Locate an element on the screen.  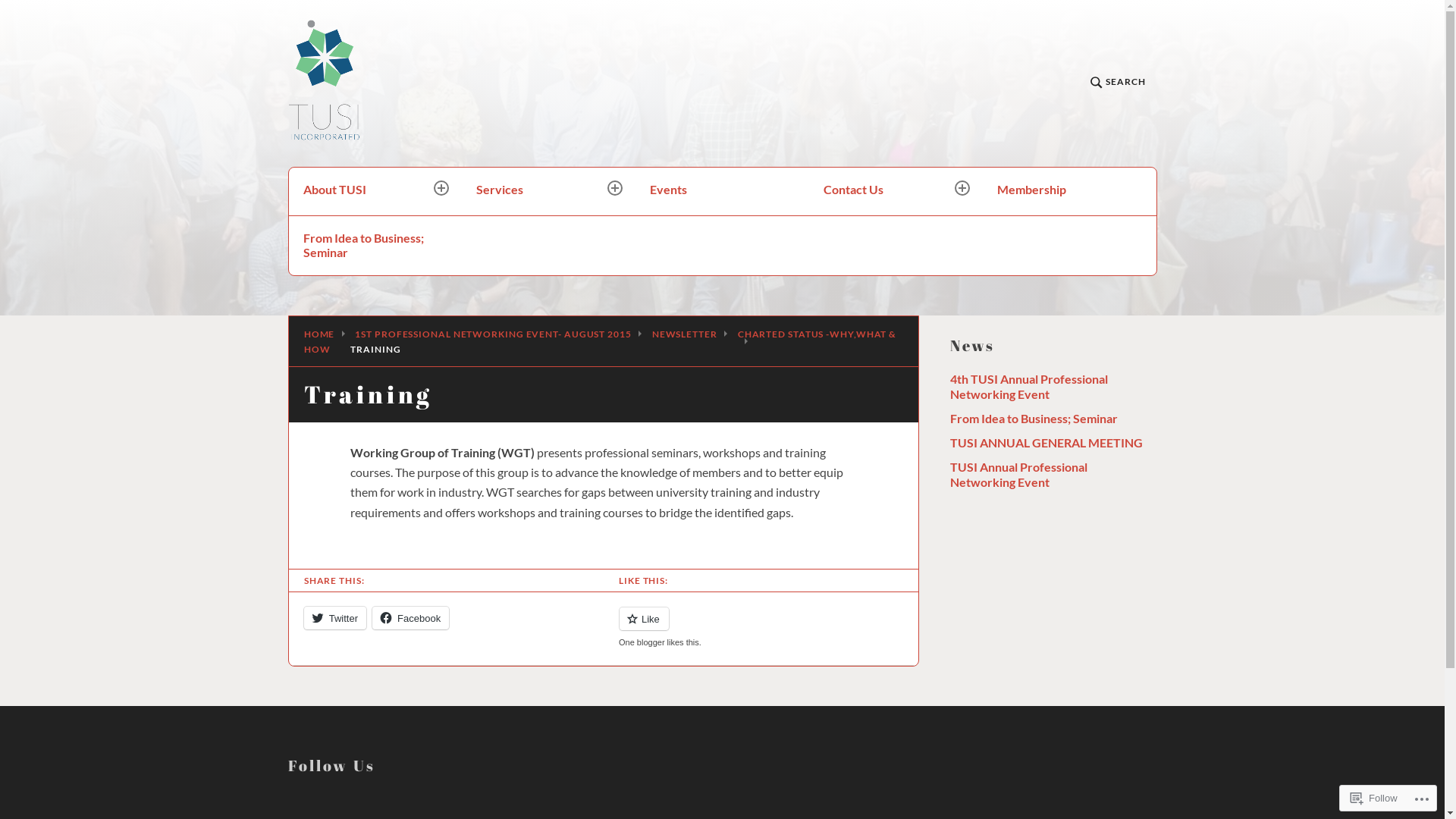
'From Idea to Business; Seminar' is located at coordinates (375, 244).